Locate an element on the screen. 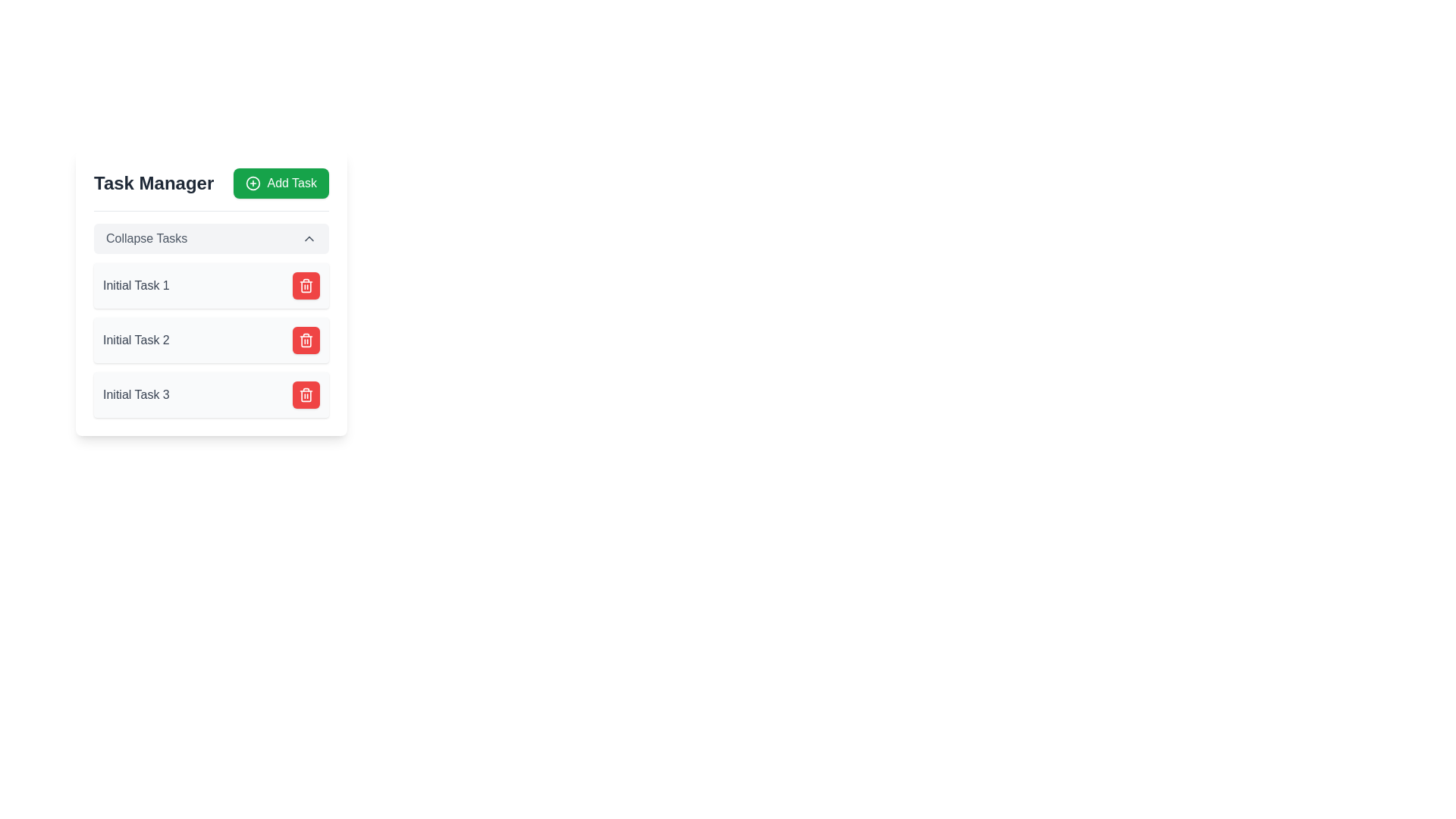  the visual representation of the 'Add Task' circular icon with a green background and plus symbol, located to the left of the 'Add Task' button is located at coordinates (253, 183).